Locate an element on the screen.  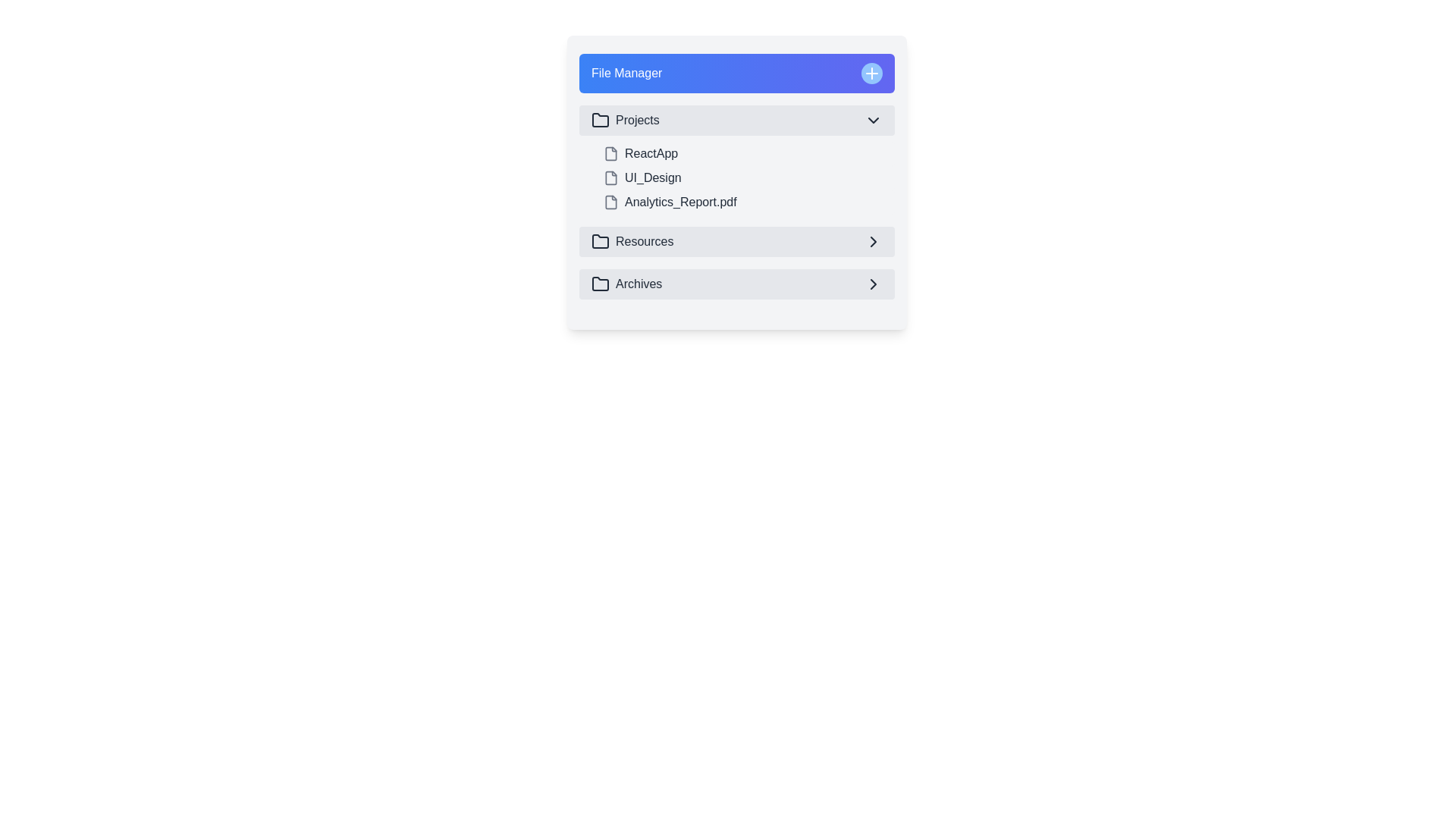
the add new files or folders button located at the top-right corner of the 'File Manager' header bar is located at coordinates (872, 73).